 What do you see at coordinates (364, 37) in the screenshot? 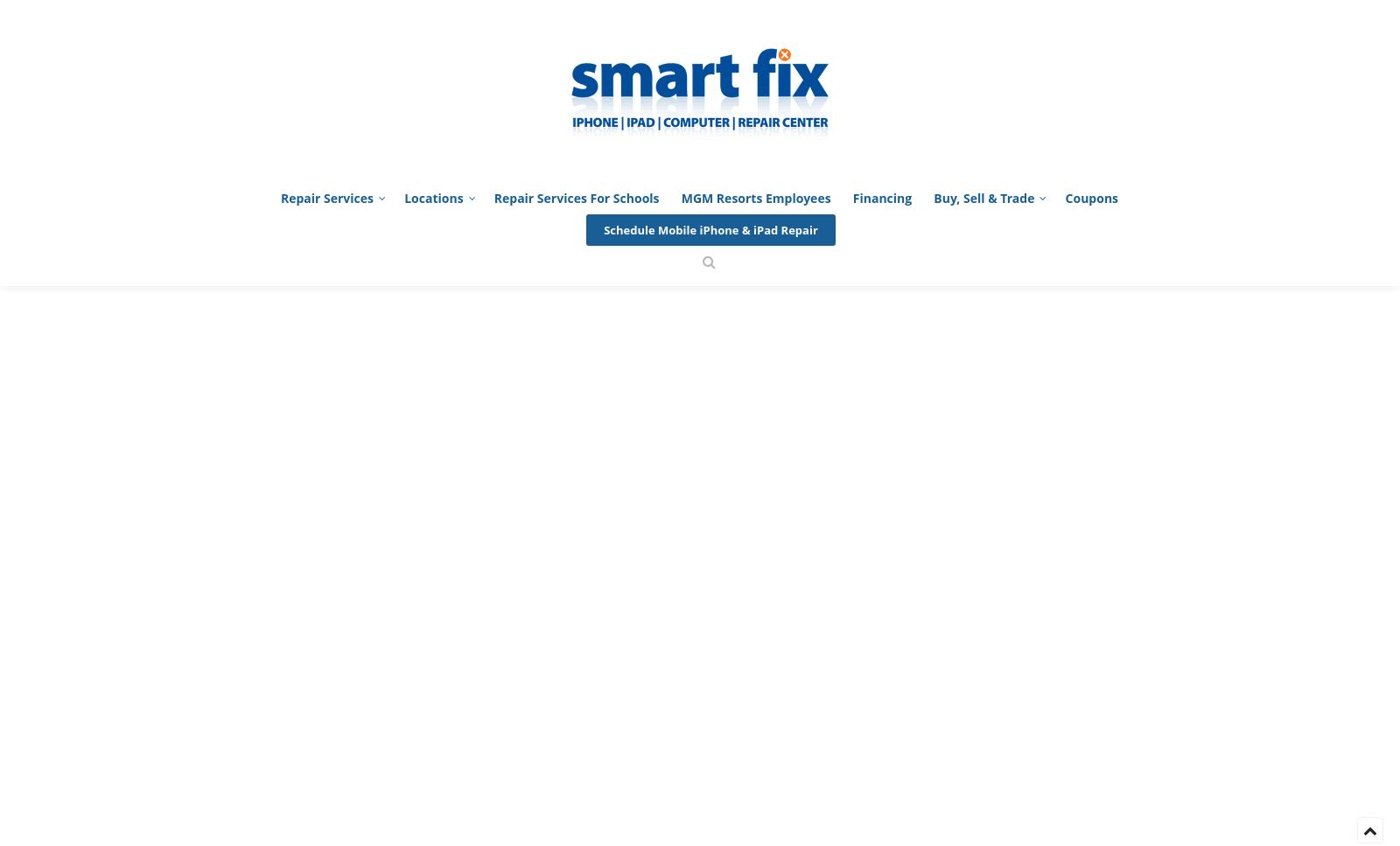
I see `'iPhone Repair Henderson'` at bounding box center [364, 37].